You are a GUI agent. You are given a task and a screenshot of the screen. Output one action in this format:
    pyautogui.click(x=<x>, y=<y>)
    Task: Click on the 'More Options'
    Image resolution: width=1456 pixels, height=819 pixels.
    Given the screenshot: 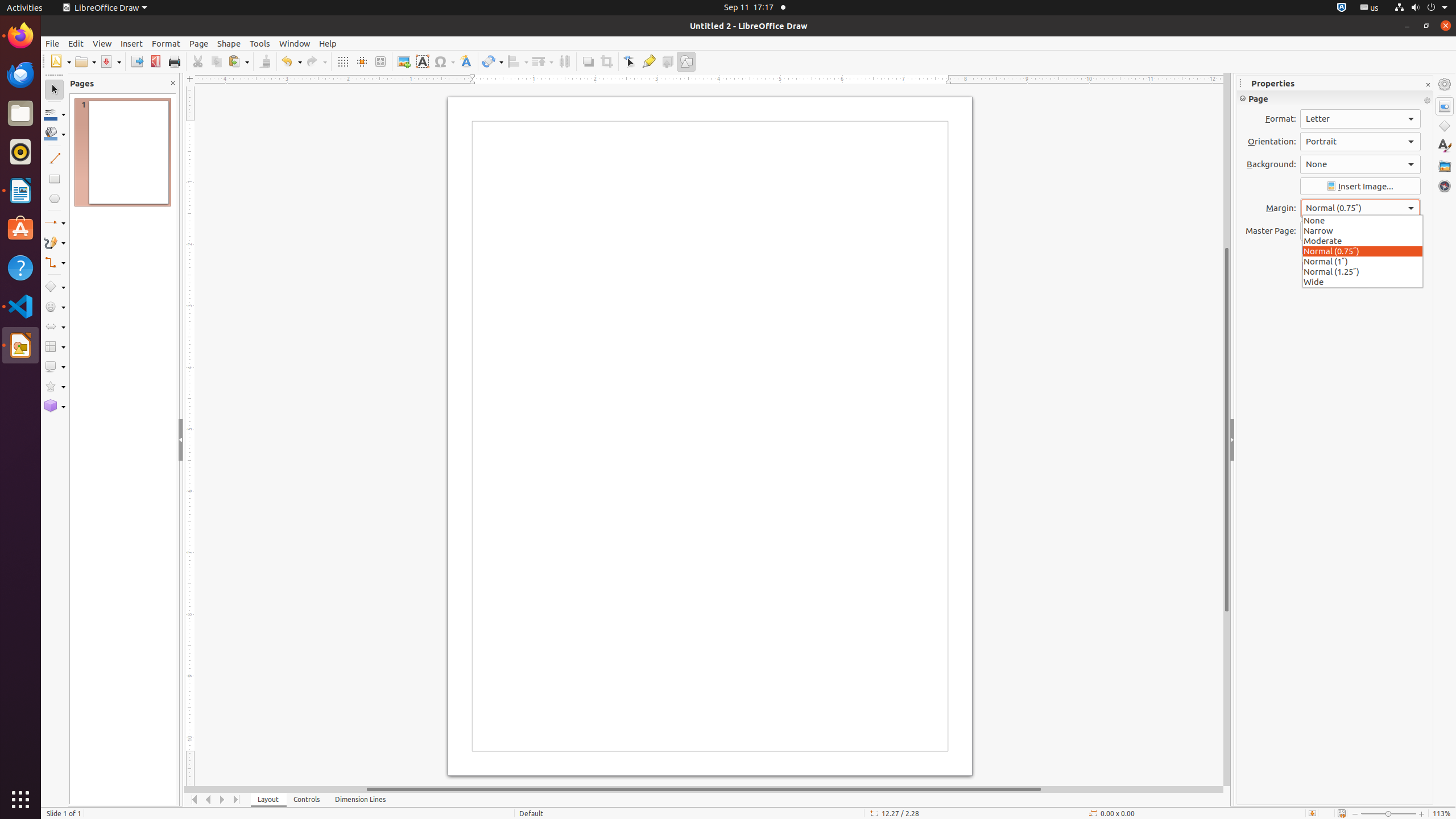 What is the action you would take?
    pyautogui.click(x=1426, y=100)
    